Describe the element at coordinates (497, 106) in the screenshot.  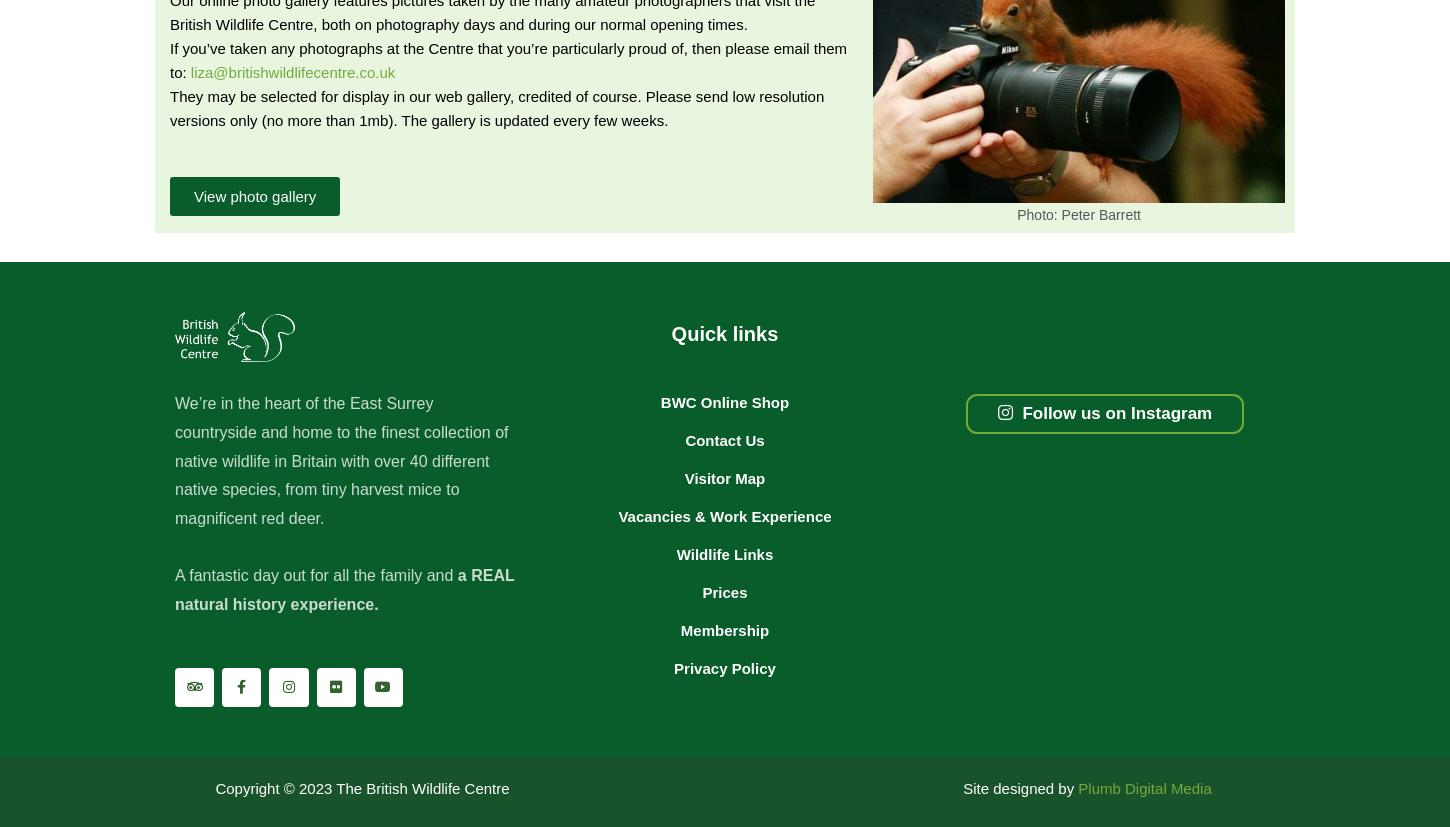
I see `'They may be selected for display in our web gallery, credited of course. Please send low resolution versions only (no more than 1mb). The gallery is updated every few weeks.'` at that location.